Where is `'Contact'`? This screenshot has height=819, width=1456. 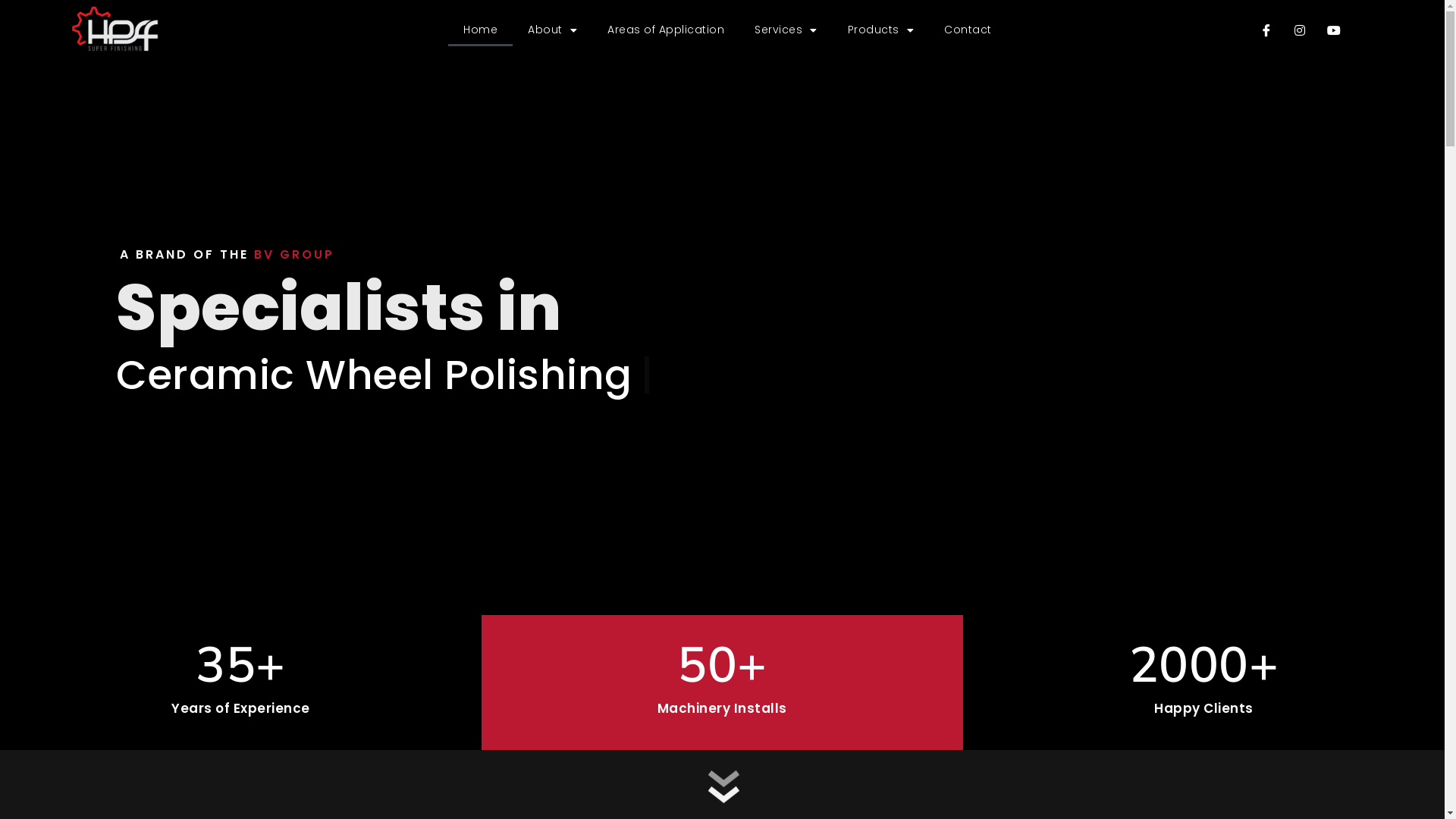 'Contact' is located at coordinates (967, 30).